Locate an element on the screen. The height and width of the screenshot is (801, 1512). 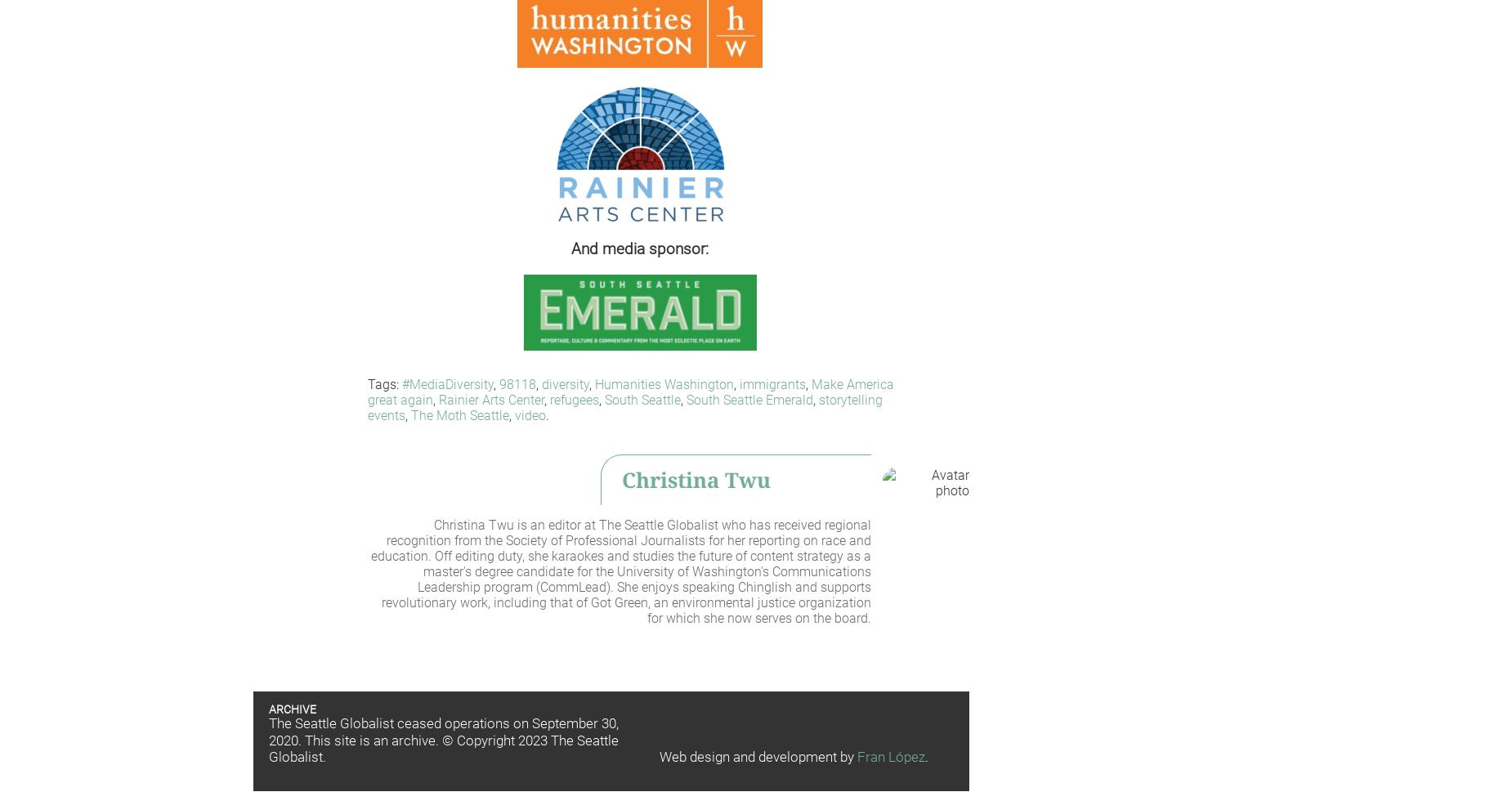
'video' is located at coordinates (530, 414).